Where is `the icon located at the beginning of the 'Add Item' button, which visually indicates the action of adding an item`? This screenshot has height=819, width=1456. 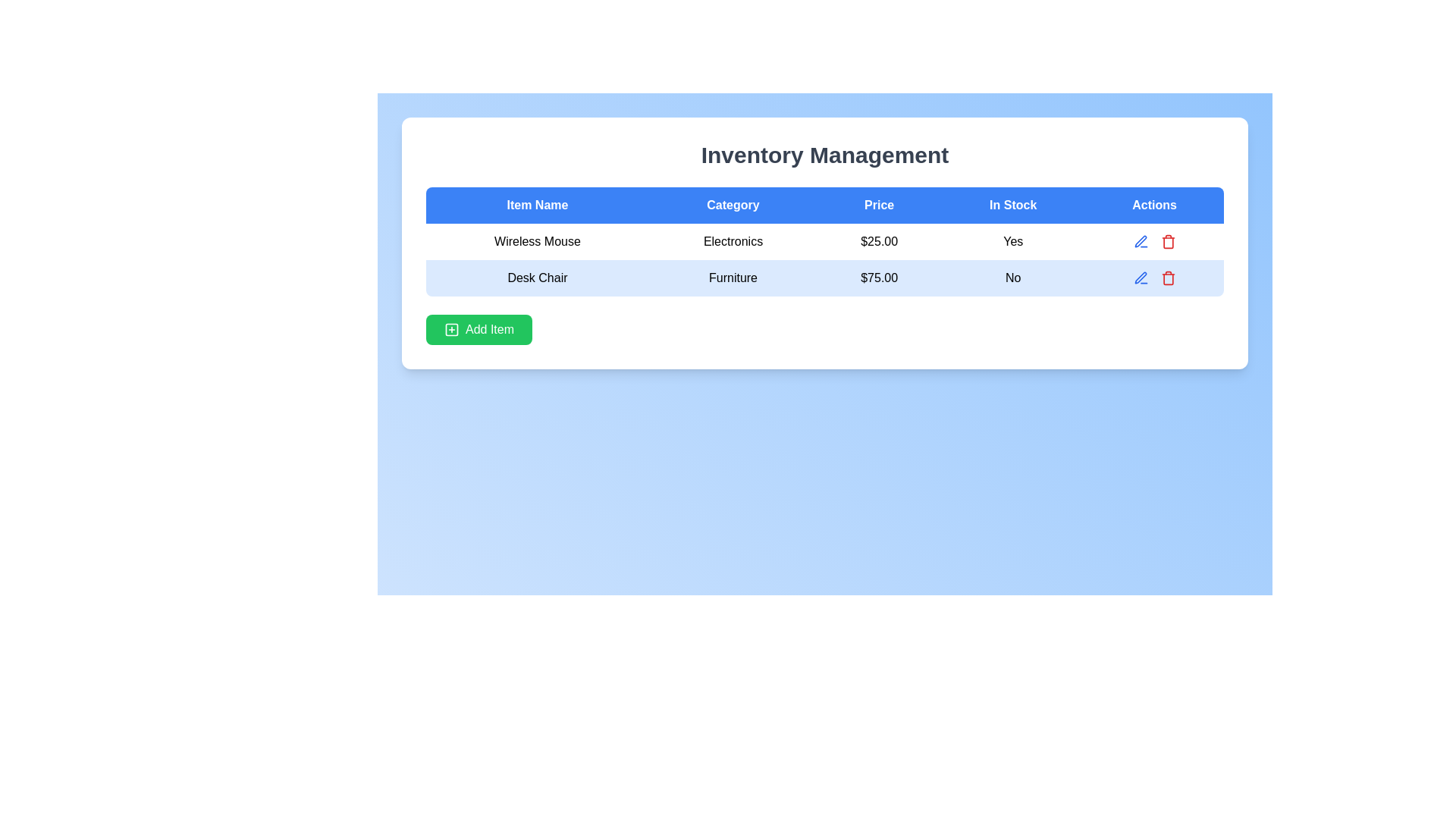 the icon located at the beginning of the 'Add Item' button, which visually indicates the action of adding an item is located at coordinates (450, 329).